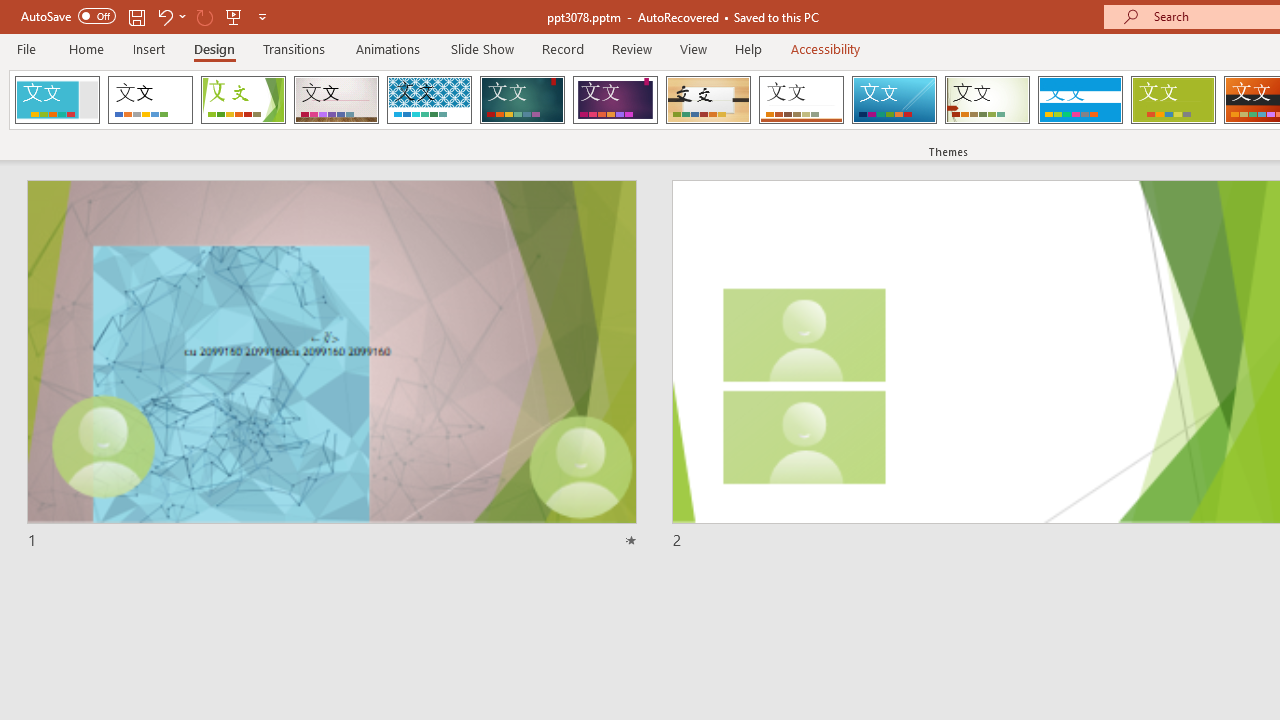 The width and height of the screenshot is (1280, 720). Describe the element at coordinates (1079, 100) in the screenshot. I see `'Banded'` at that location.